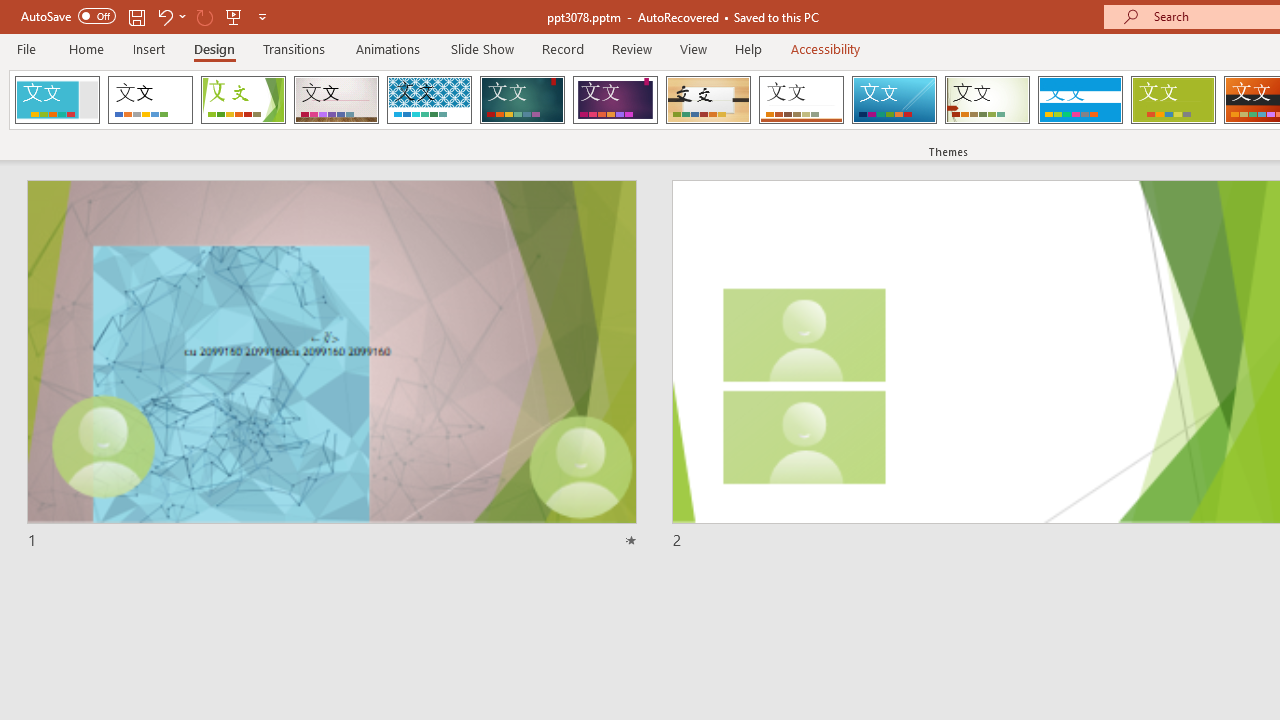 The width and height of the screenshot is (1280, 720). Describe the element at coordinates (1079, 100) in the screenshot. I see `'Banded'` at that location.